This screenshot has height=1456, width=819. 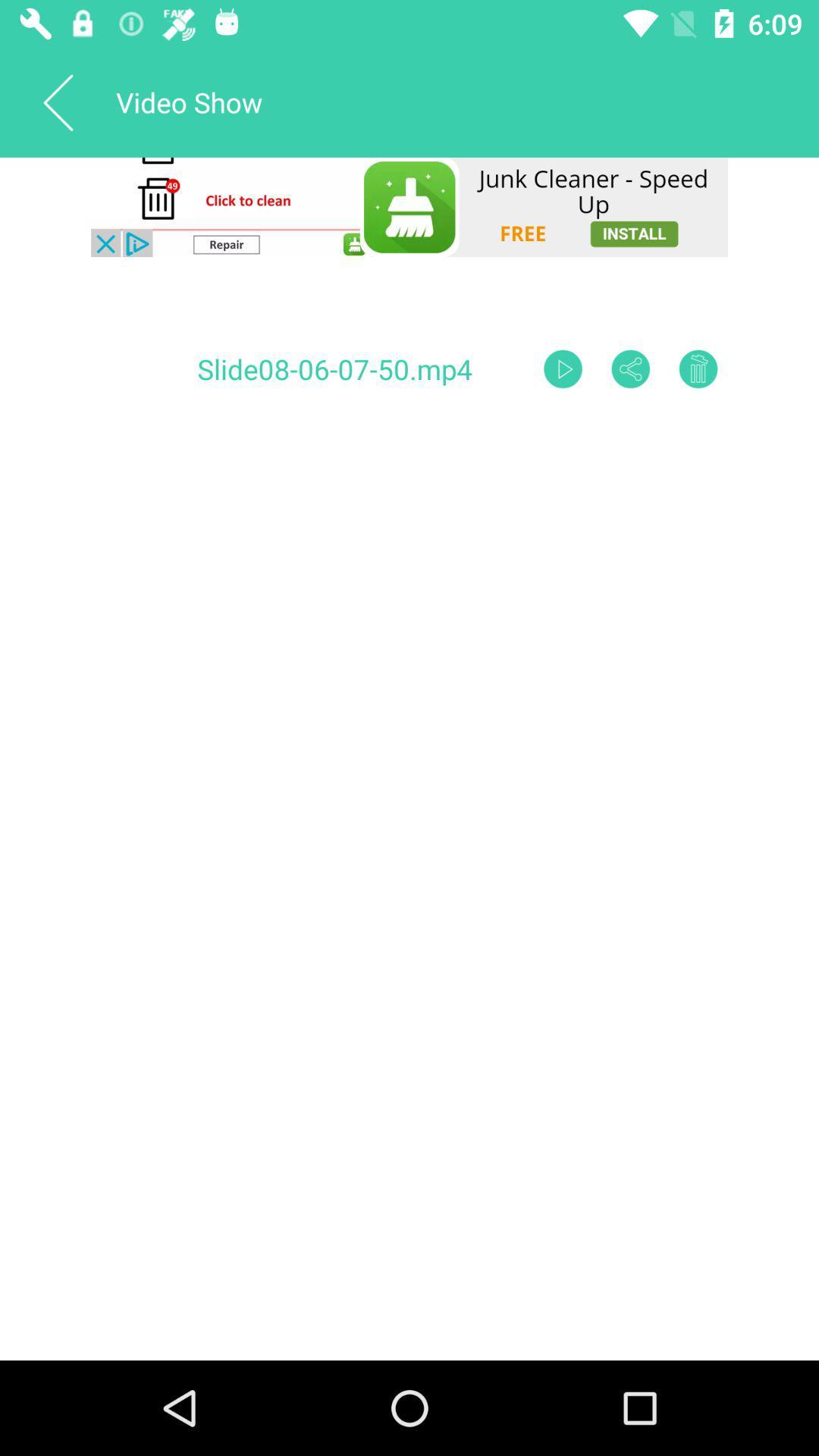 What do you see at coordinates (57, 101) in the screenshot?
I see `the arrow_backward icon` at bounding box center [57, 101].